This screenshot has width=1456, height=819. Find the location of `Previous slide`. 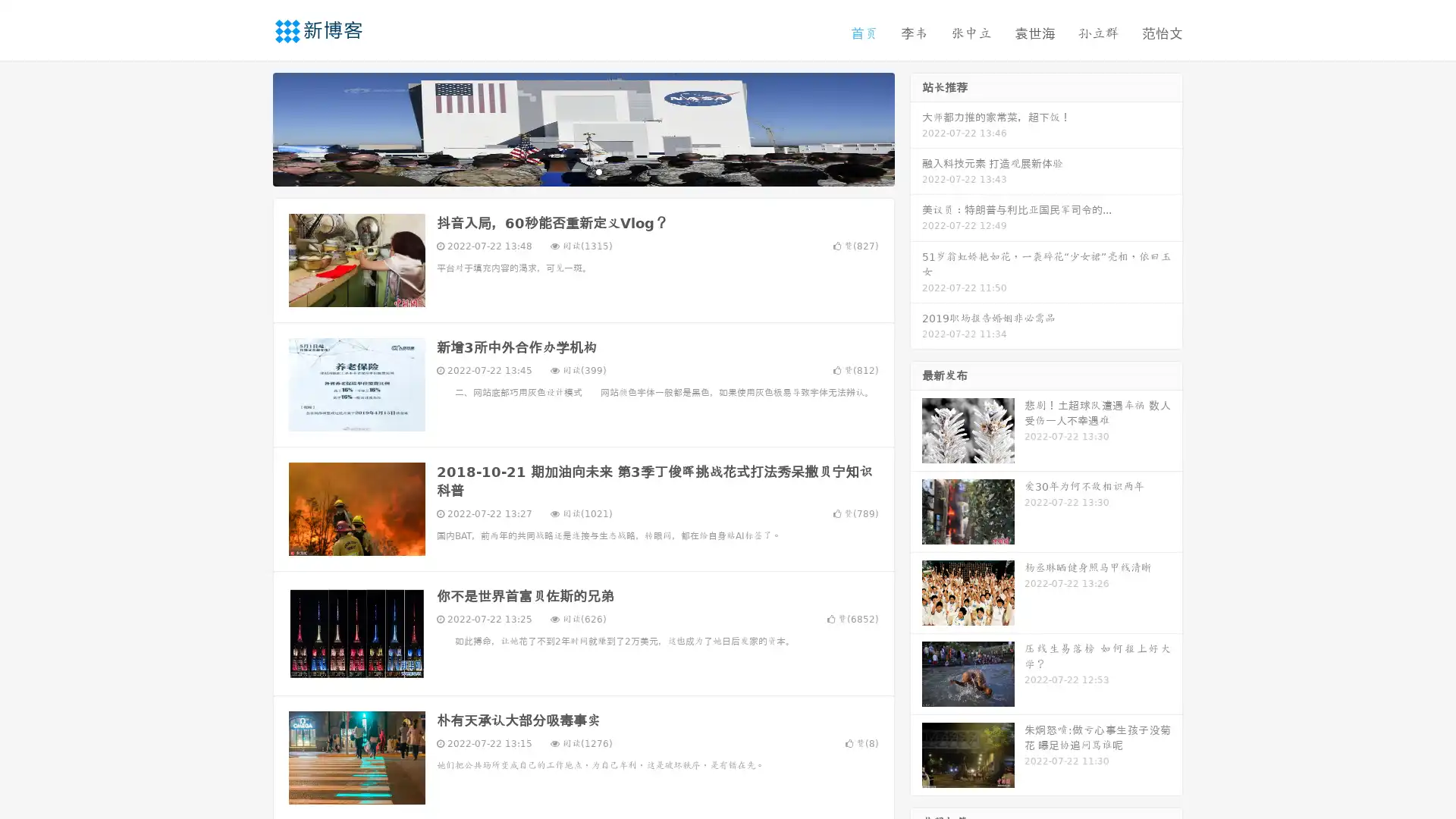

Previous slide is located at coordinates (250, 127).